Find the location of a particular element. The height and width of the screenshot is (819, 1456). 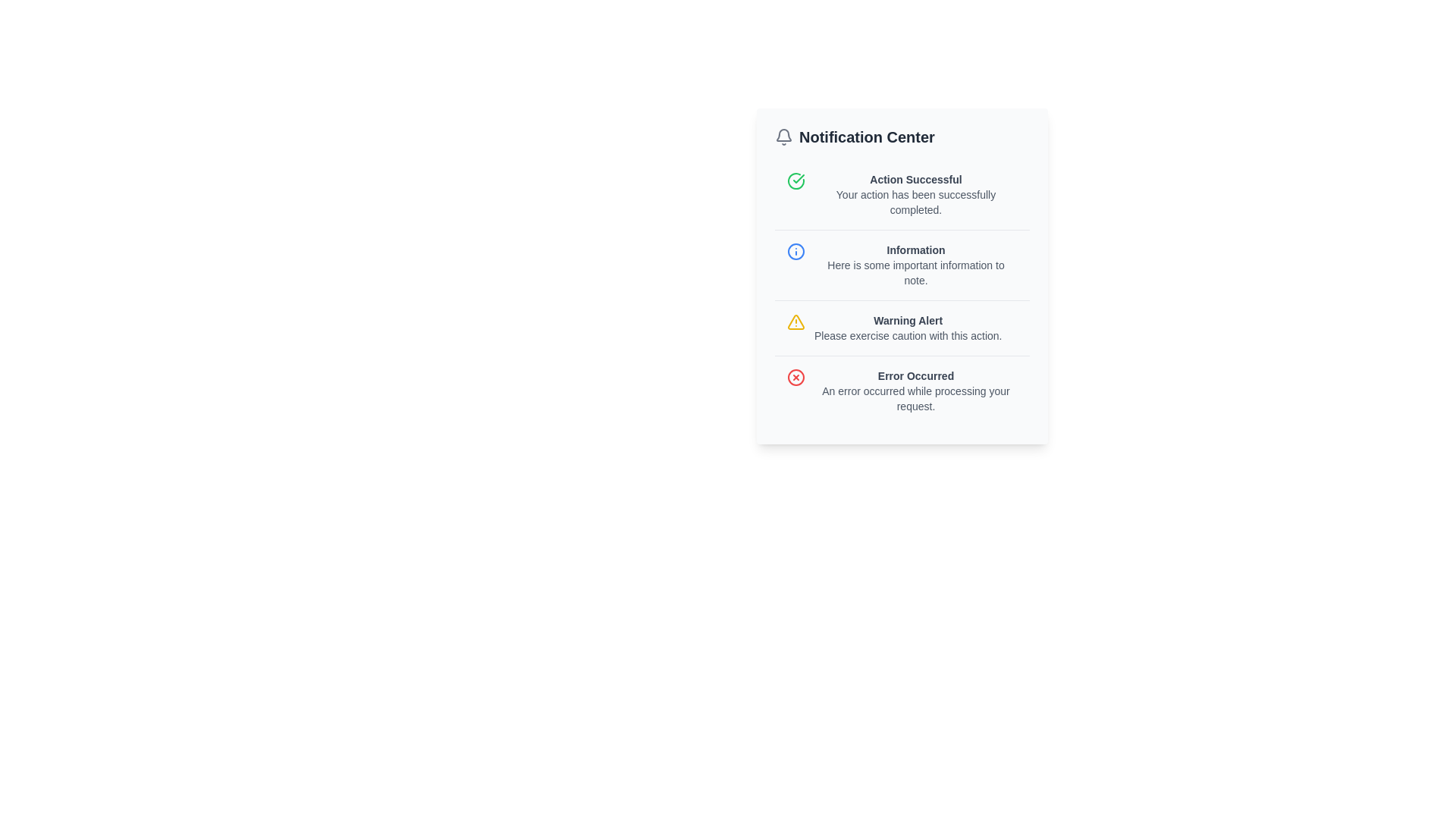

the third notification entry labeled 'Warning Alert' in the notification center is located at coordinates (902, 327).